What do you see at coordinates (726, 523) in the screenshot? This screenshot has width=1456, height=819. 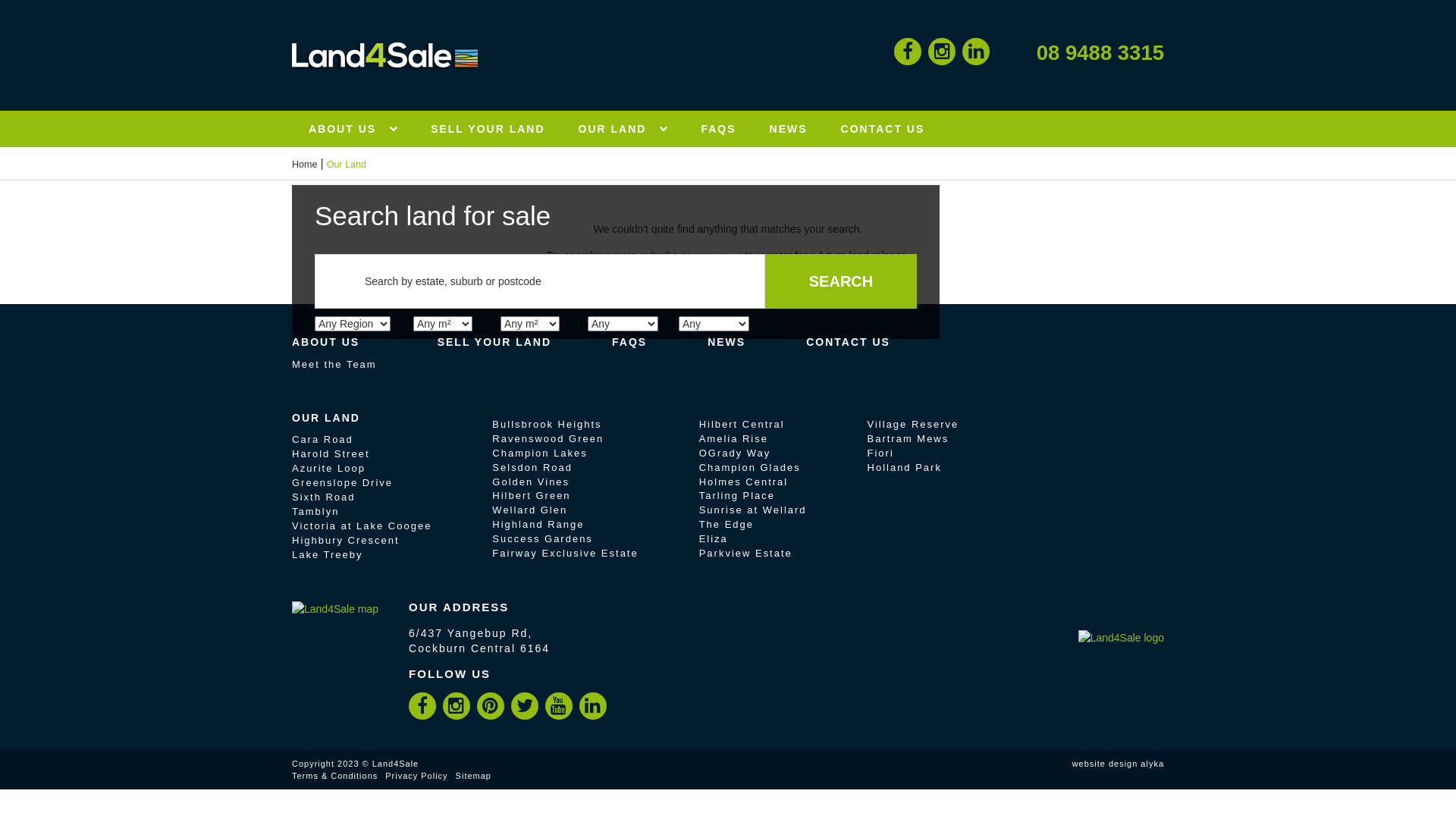 I see `'The Edge'` at bounding box center [726, 523].